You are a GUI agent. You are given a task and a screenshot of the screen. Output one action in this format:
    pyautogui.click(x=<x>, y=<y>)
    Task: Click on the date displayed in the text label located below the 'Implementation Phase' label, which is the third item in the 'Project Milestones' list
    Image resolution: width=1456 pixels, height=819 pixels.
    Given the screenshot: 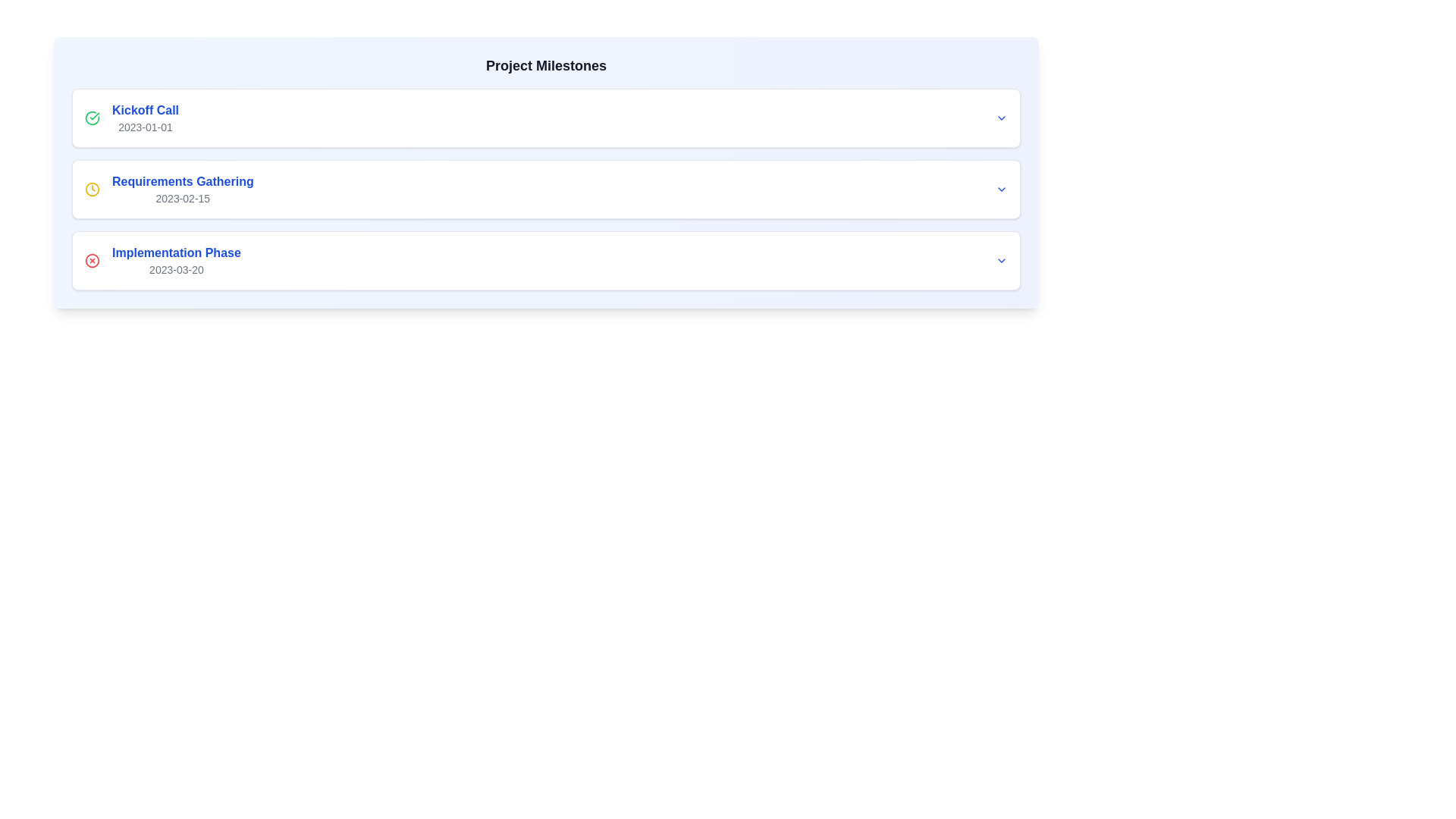 What is the action you would take?
    pyautogui.click(x=176, y=268)
    